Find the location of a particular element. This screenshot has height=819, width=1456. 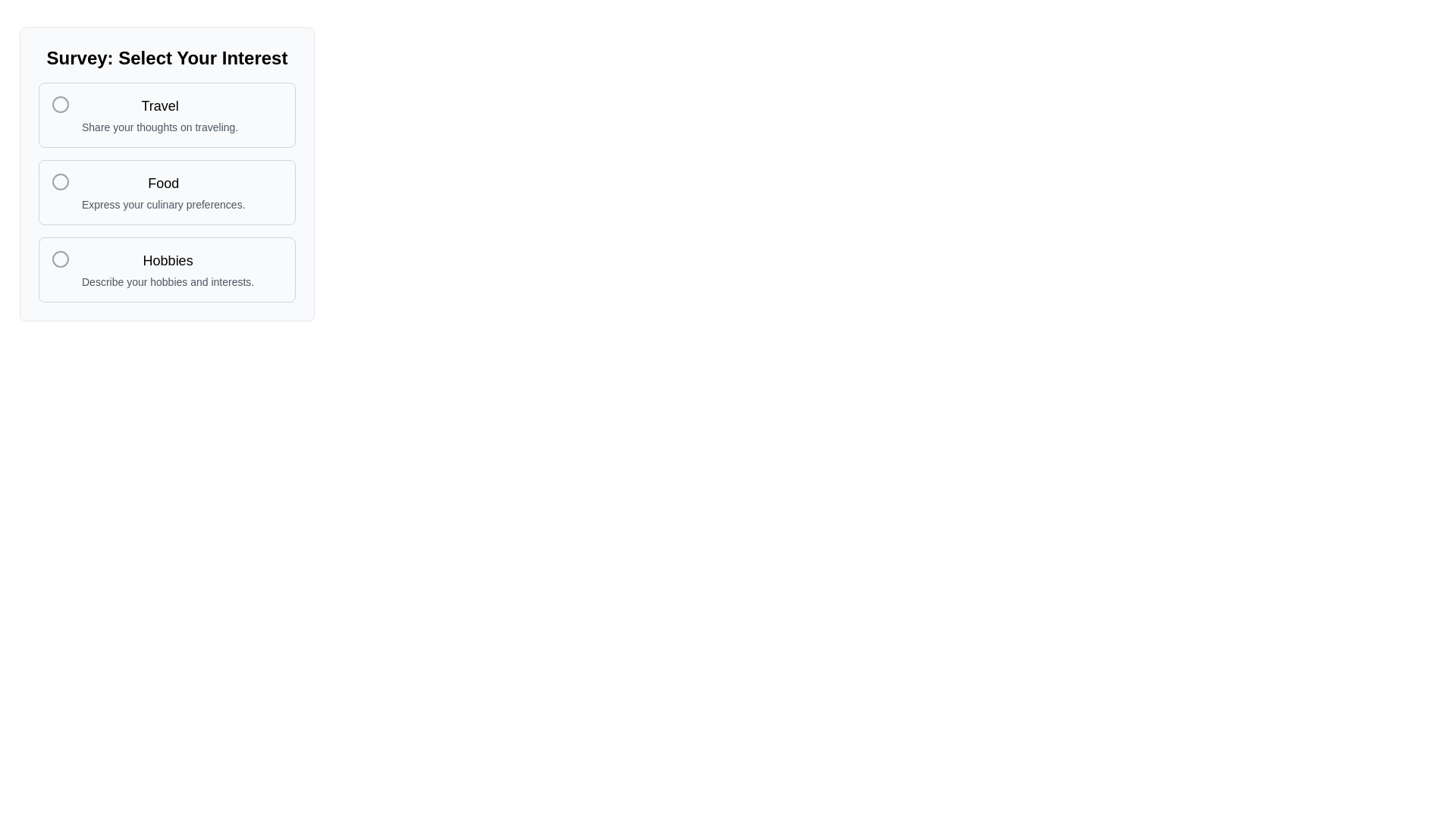

the radio button for the 'Hobbies' section in the multiple-choice survey interface is located at coordinates (61, 259).